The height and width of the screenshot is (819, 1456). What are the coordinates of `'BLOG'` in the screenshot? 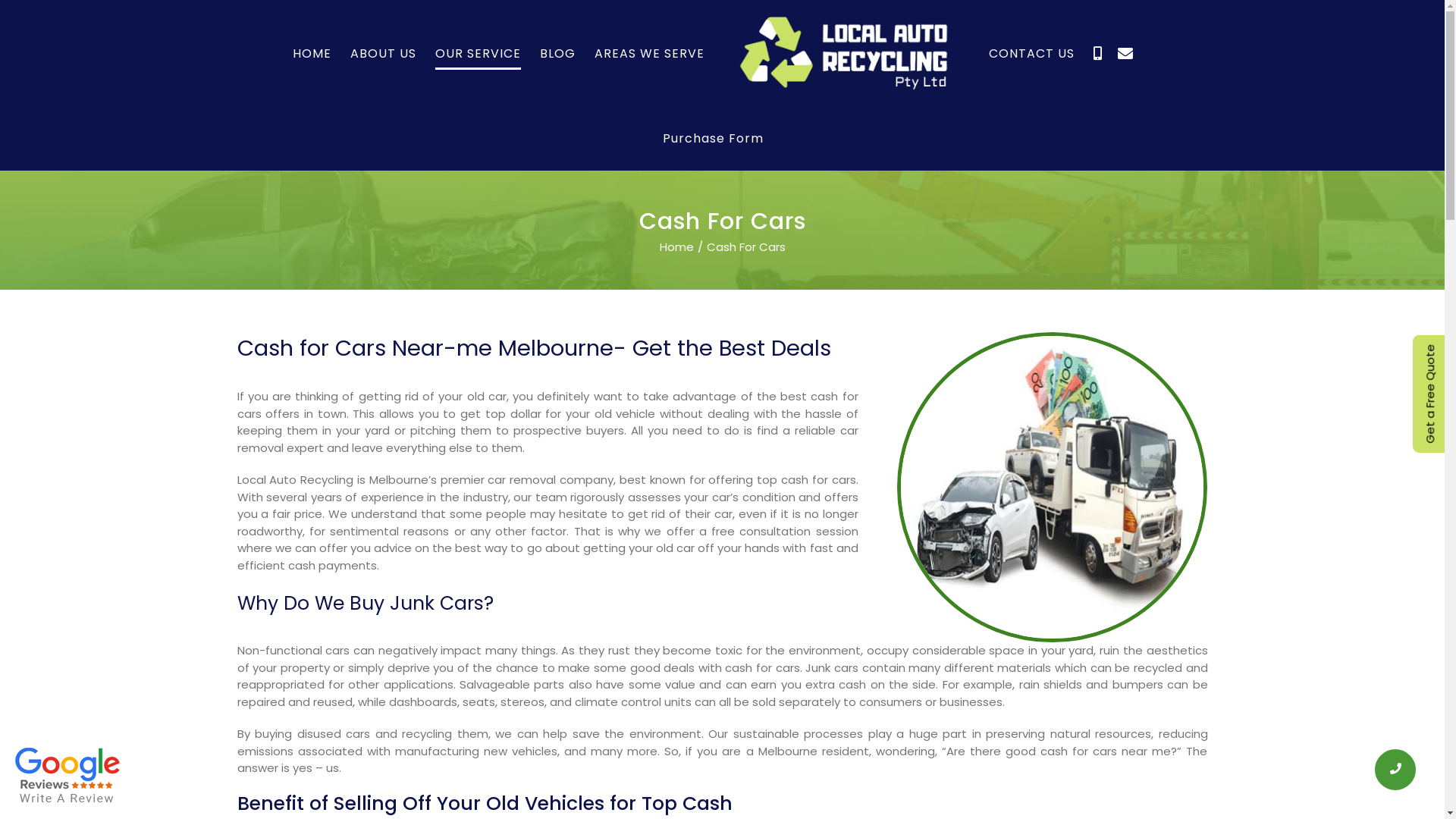 It's located at (539, 52).